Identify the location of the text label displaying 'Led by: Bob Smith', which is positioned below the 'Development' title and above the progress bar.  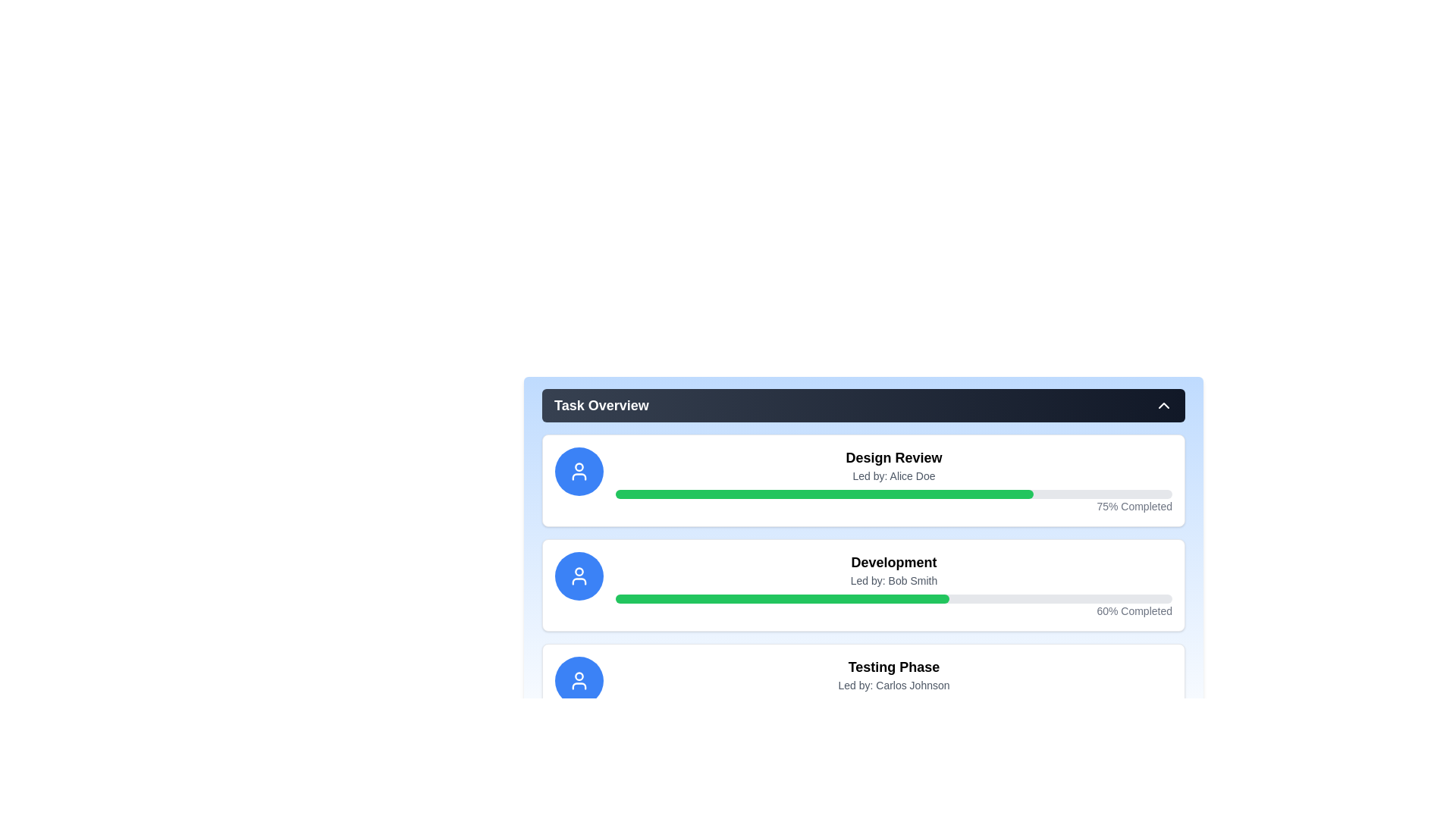
(894, 580).